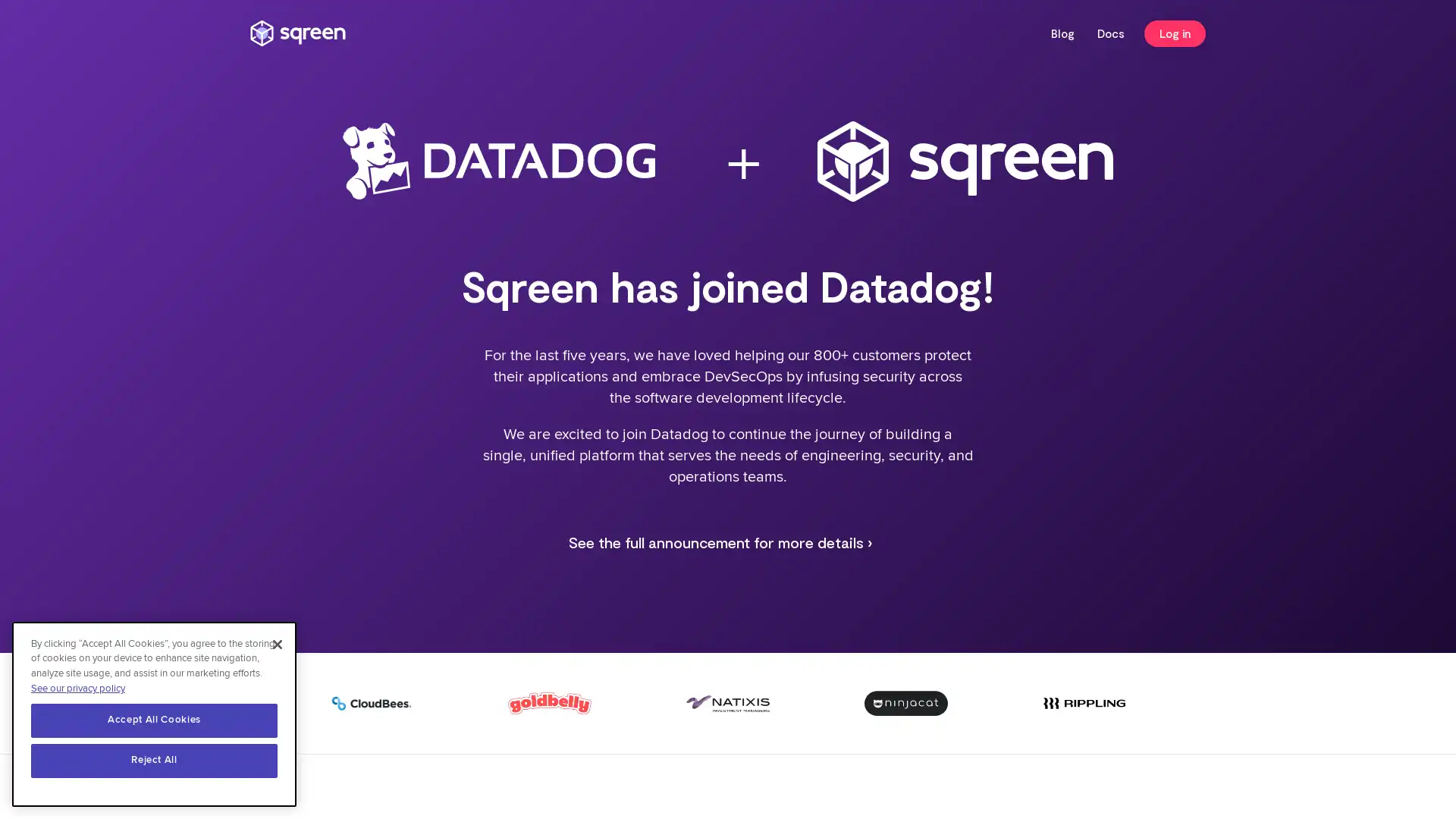  I want to click on Close, so click(277, 645).